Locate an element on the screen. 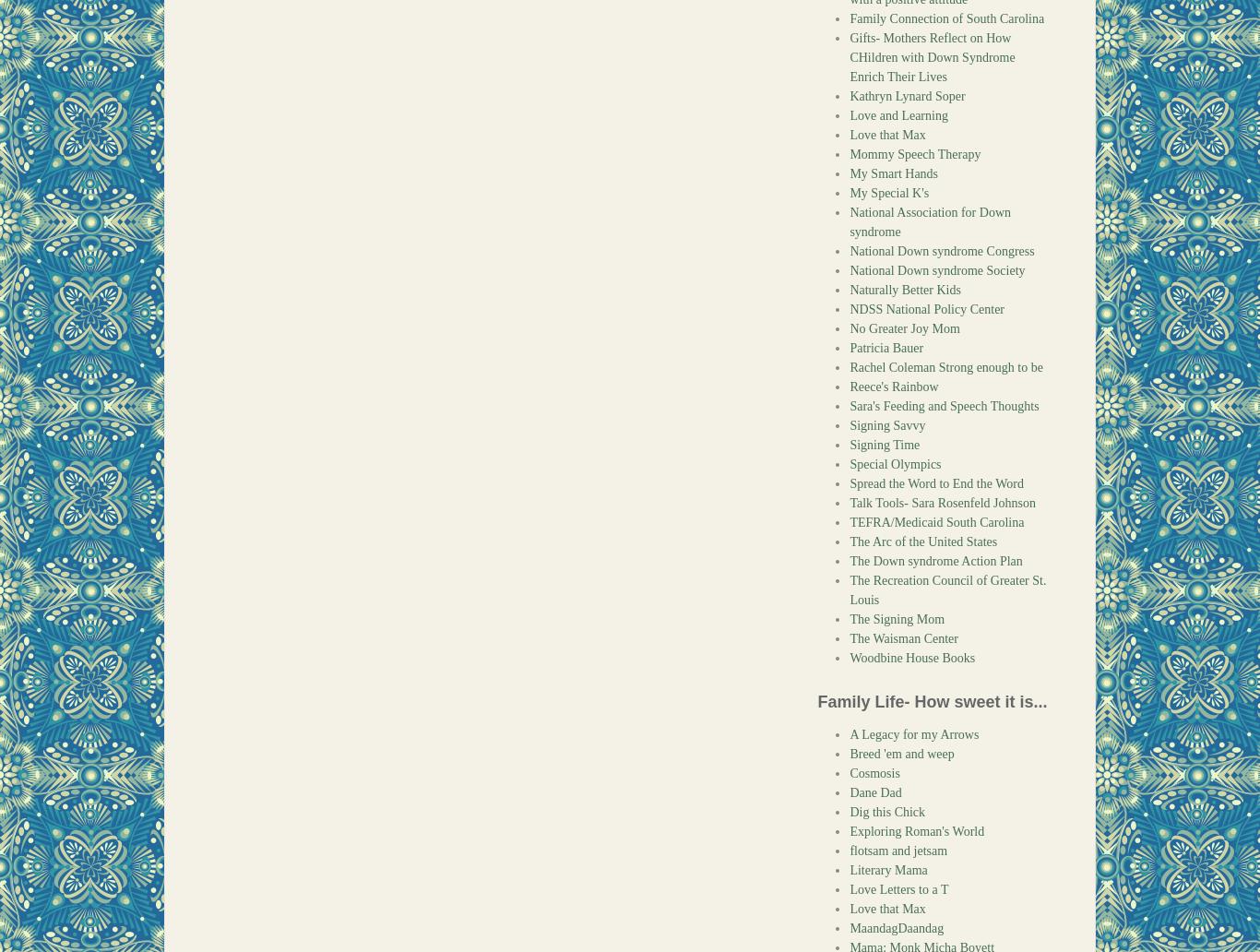 The height and width of the screenshot is (952, 1260). 'The Down syndrome Action Plan' is located at coordinates (935, 561).